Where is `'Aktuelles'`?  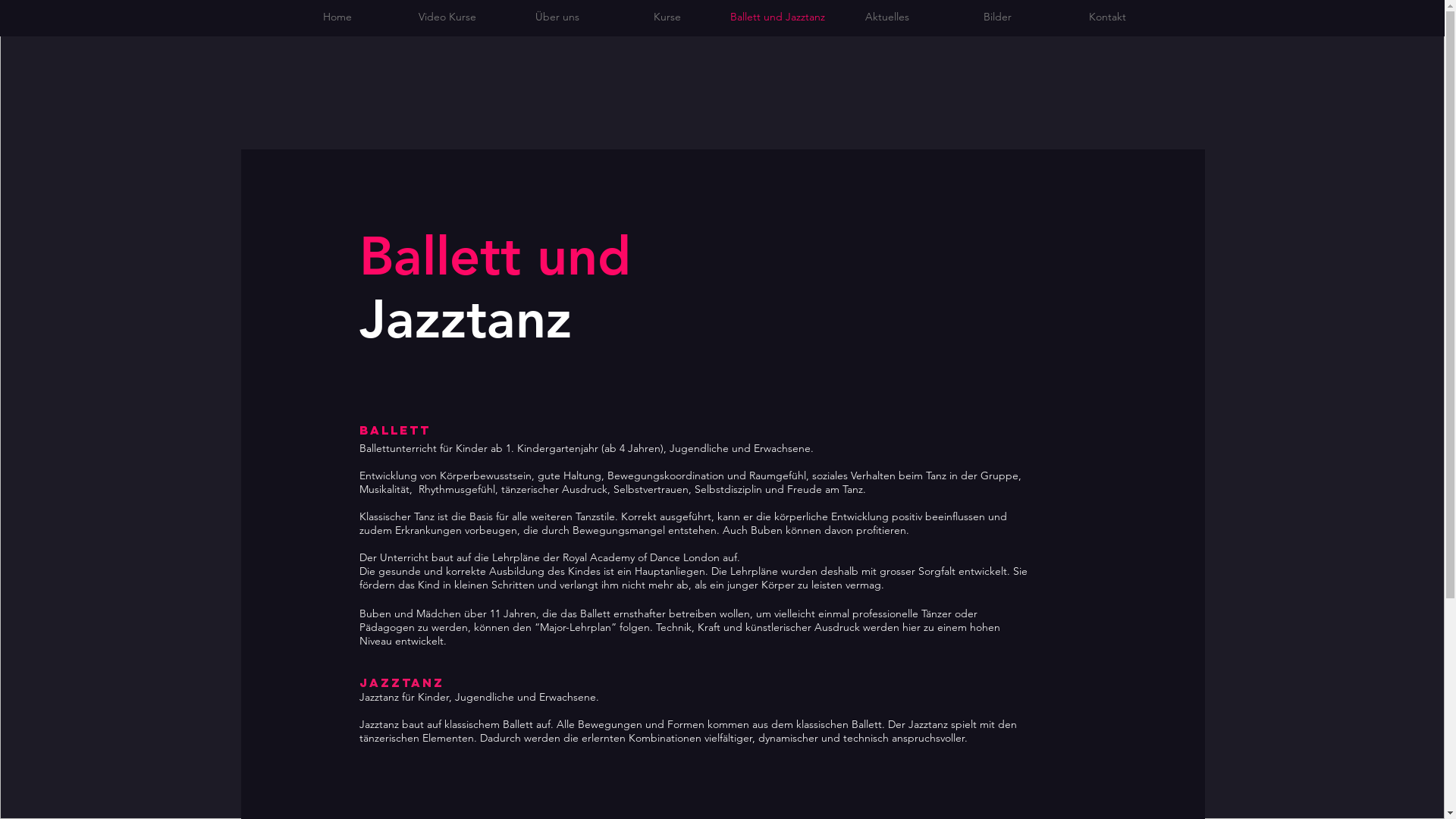 'Aktuelles' is located at coordinates (832, 17).